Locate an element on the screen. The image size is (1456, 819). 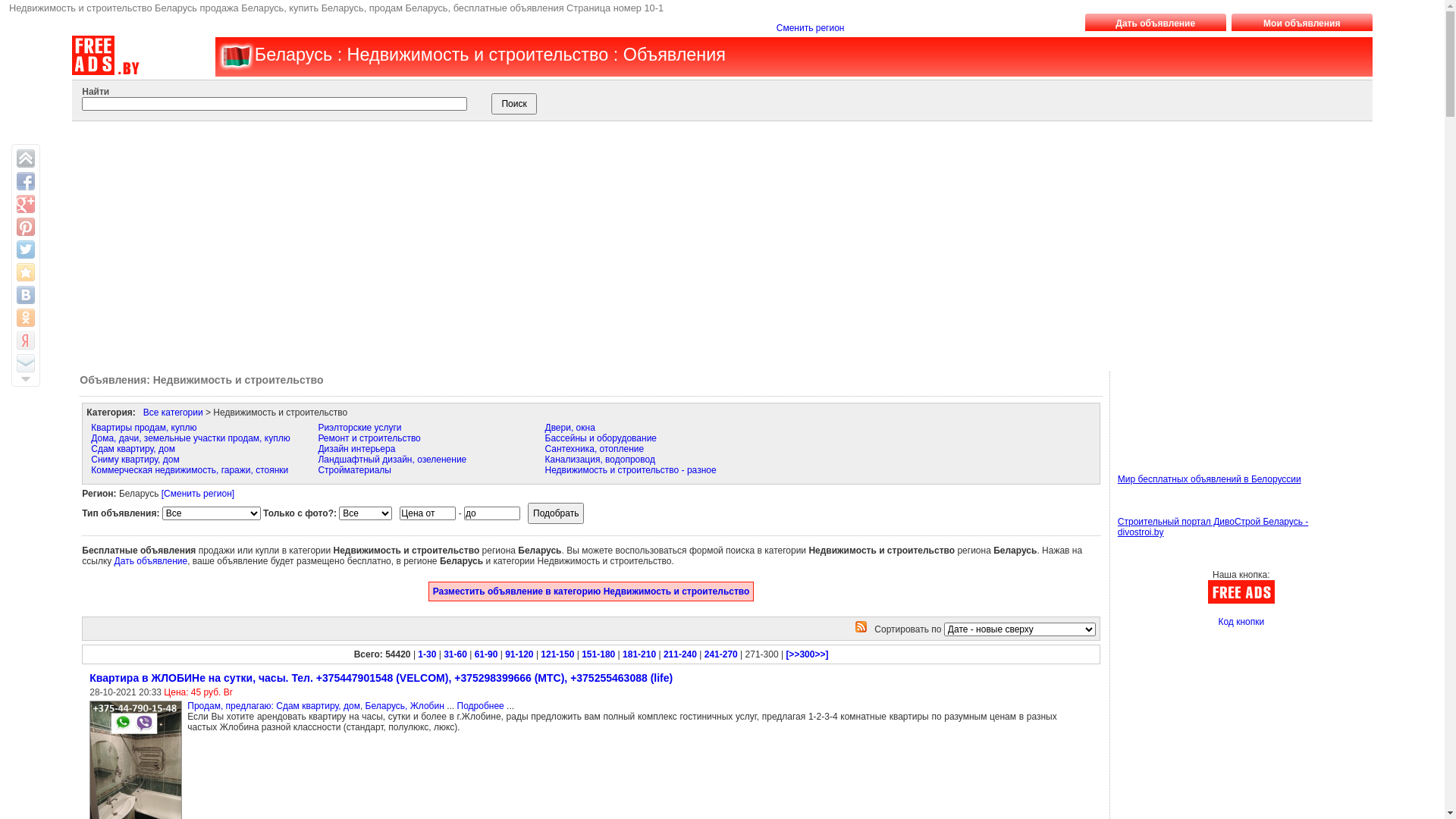
'Email this to a friend' is located at coordinates (25, 362).